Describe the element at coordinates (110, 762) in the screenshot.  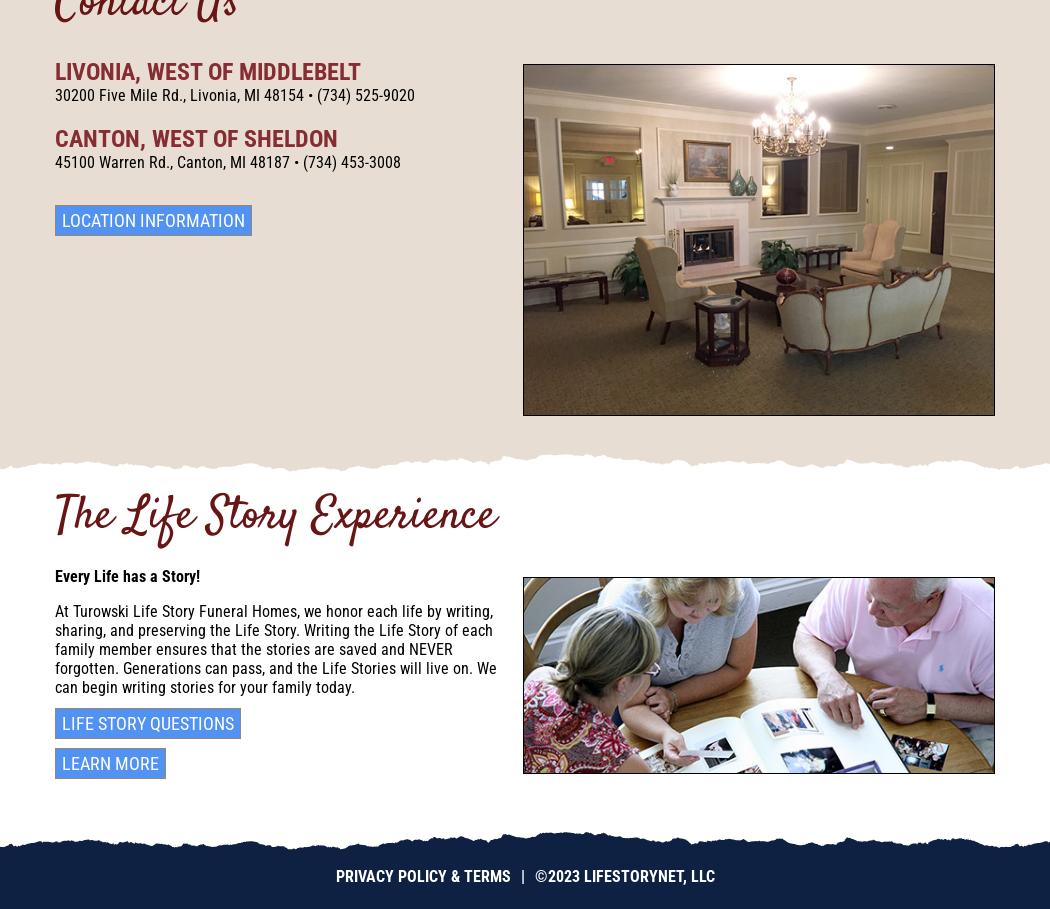
I see `'Learn More'` at that location.